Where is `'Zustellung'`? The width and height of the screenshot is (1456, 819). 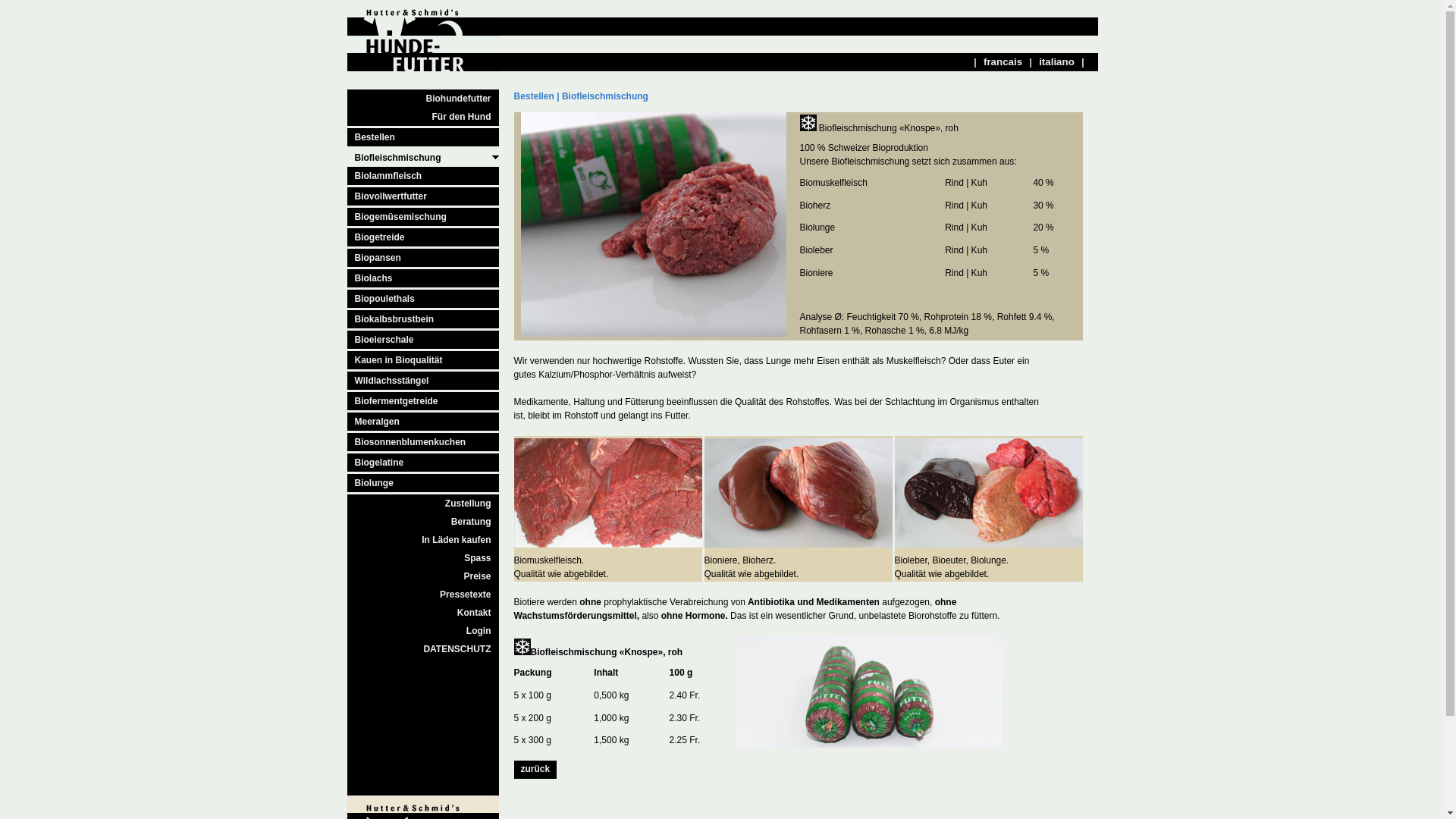
'Zustellung' is located at coordinates (422, 503).